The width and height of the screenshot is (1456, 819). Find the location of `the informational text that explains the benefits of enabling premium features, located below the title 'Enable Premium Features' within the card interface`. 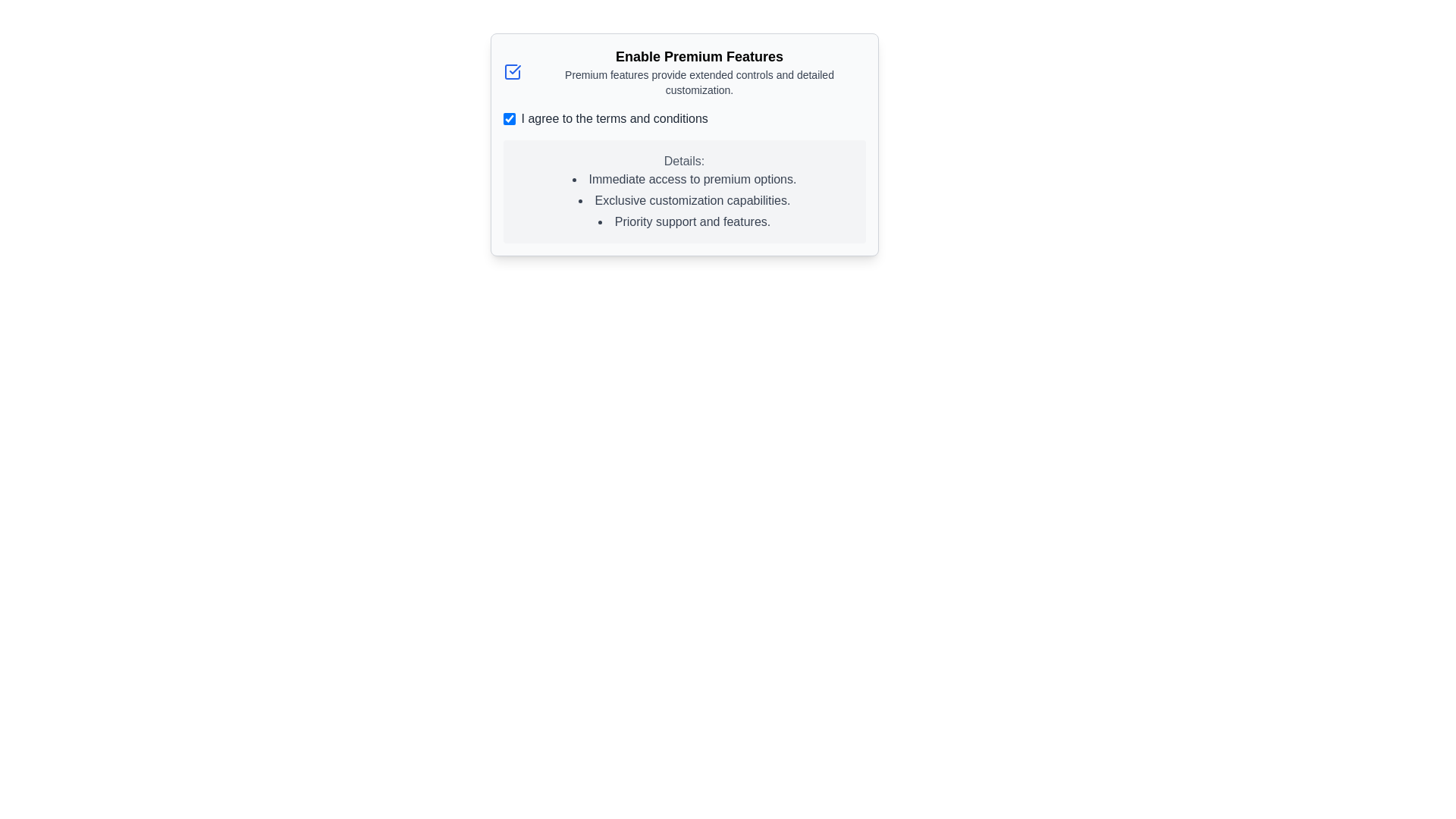

the informational text that explains the benefits of enabling premium features, located below the title 'Enable Premium Features' within the card interface is located at coordinates (698, 82).